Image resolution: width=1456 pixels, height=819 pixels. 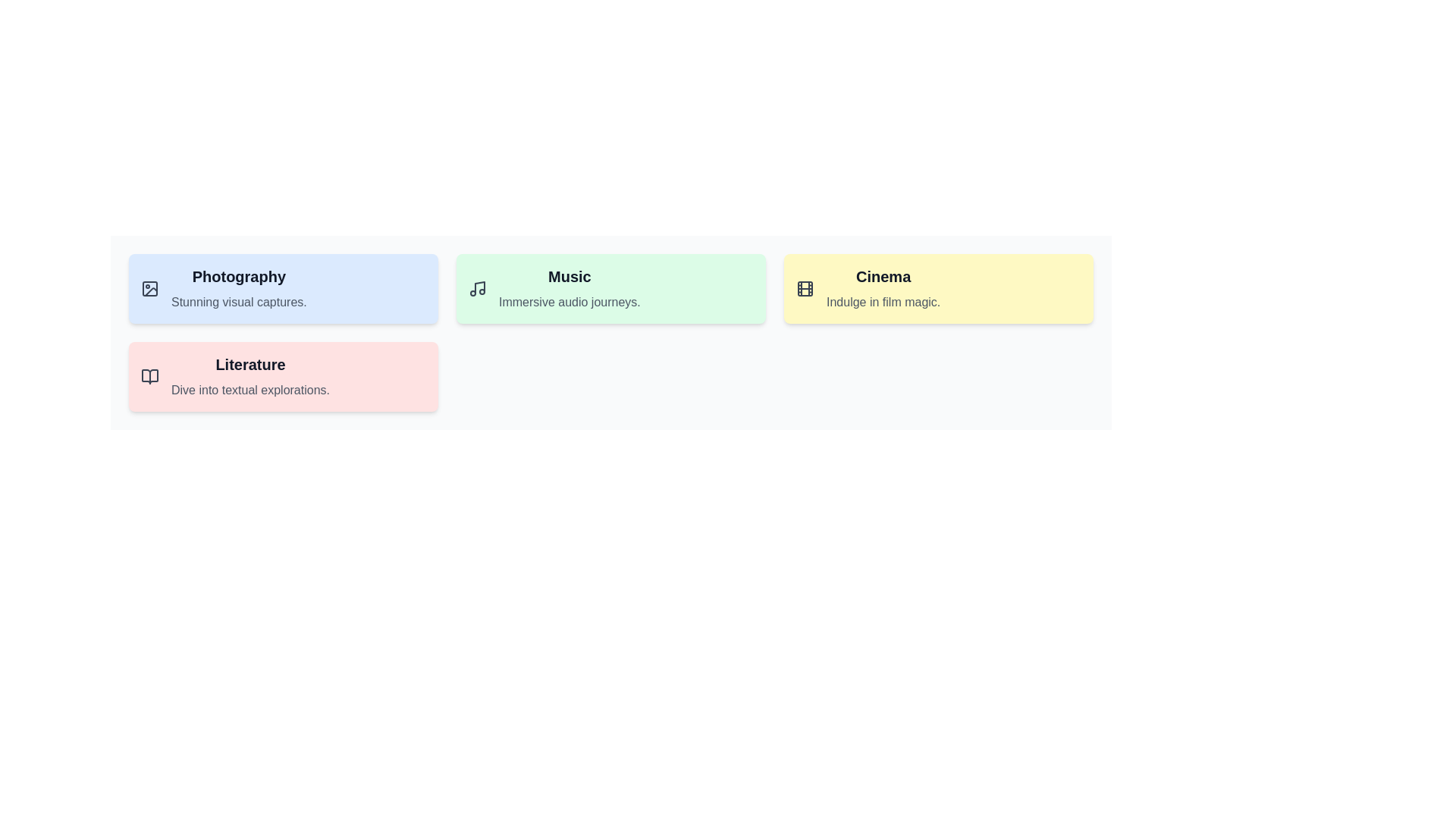 What do you see at coordinates (804, 289) in the screenshot?
I see `the vertical film strip icon, which is dark gray and located to the left of the 'Cinema' text on a highlighted yellow card in the top-right section of the interface` at bounding box center [804, 289].